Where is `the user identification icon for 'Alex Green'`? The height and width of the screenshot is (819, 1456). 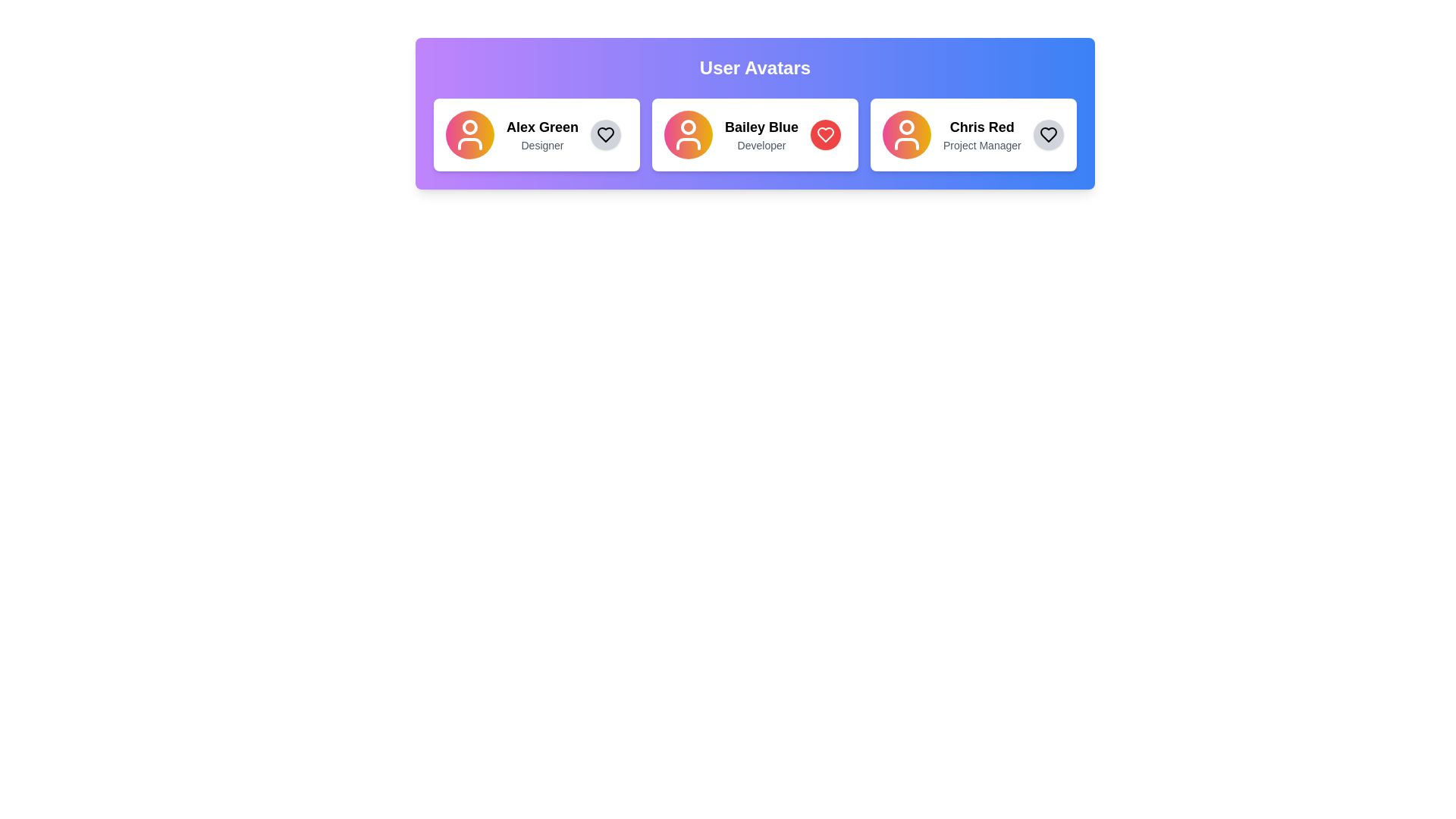 the user identification icon for 'Alex Green' is located at coordinates (469, 133).